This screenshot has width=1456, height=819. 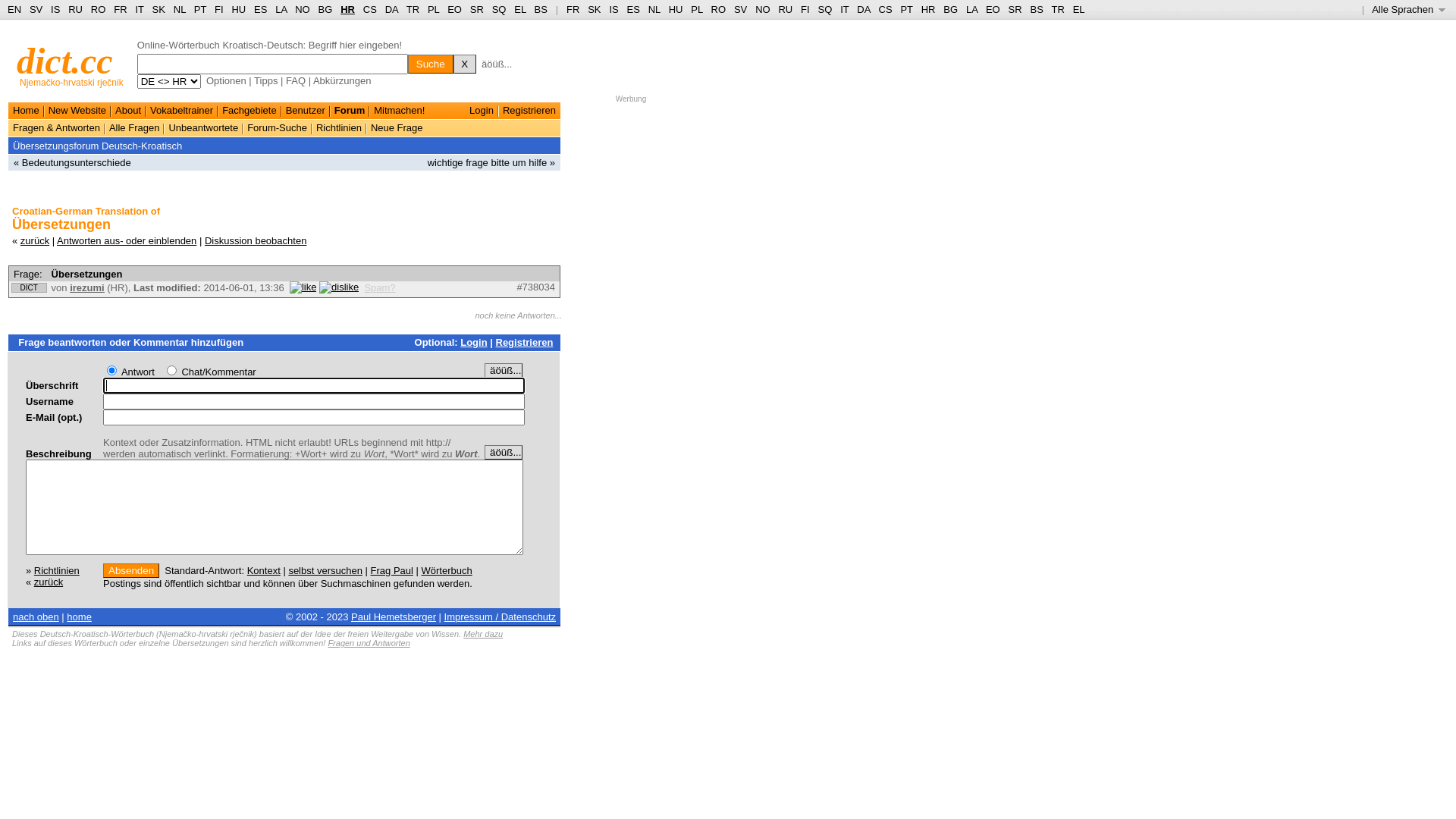 What do you see at coordinates (264, 570) in the screenshot?
I see `'Kontext'` at bounding box center [264, 570].